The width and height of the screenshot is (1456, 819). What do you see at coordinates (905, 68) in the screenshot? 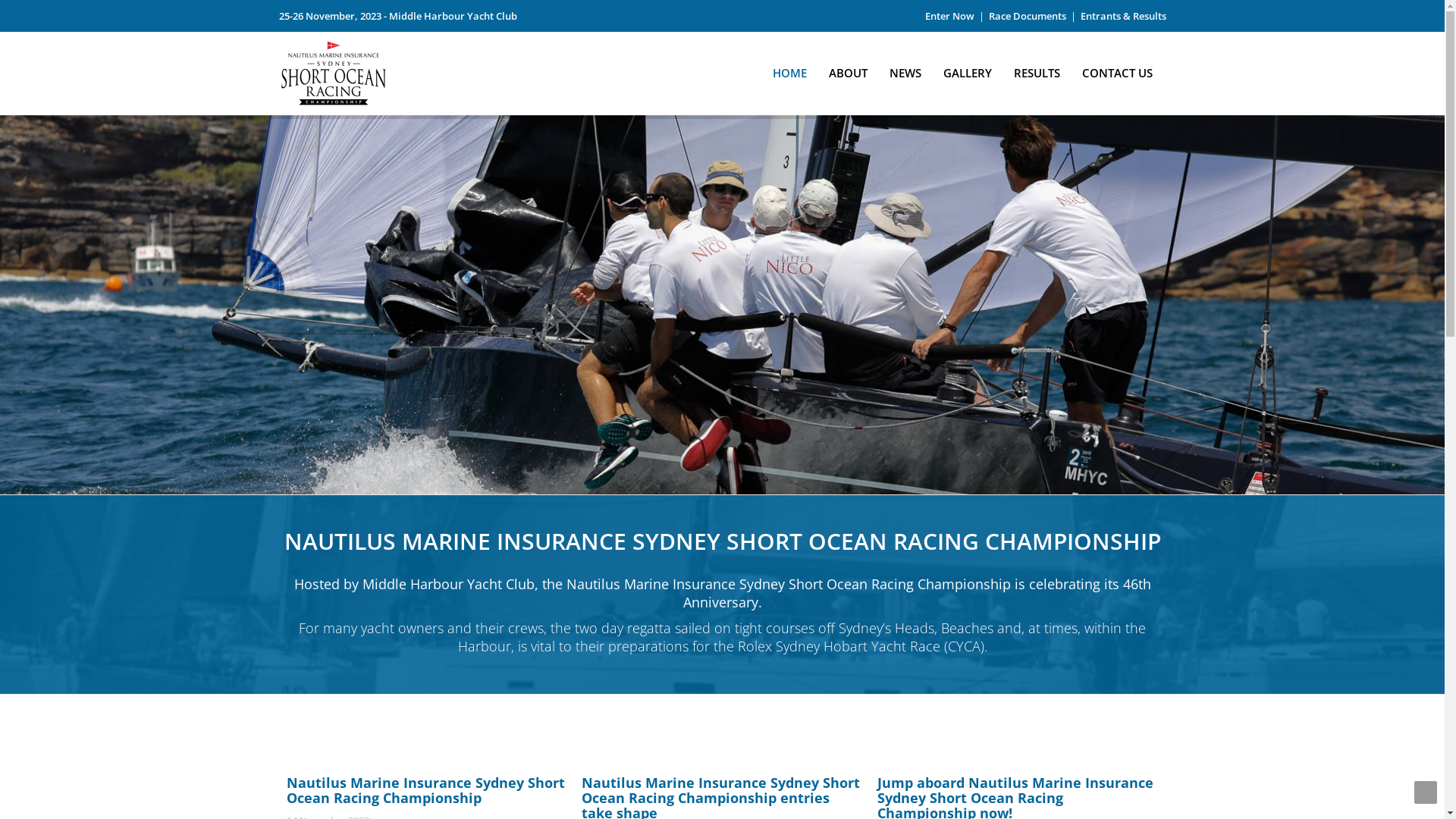
I see `'NEWS'` at bounding box center [905, 68].